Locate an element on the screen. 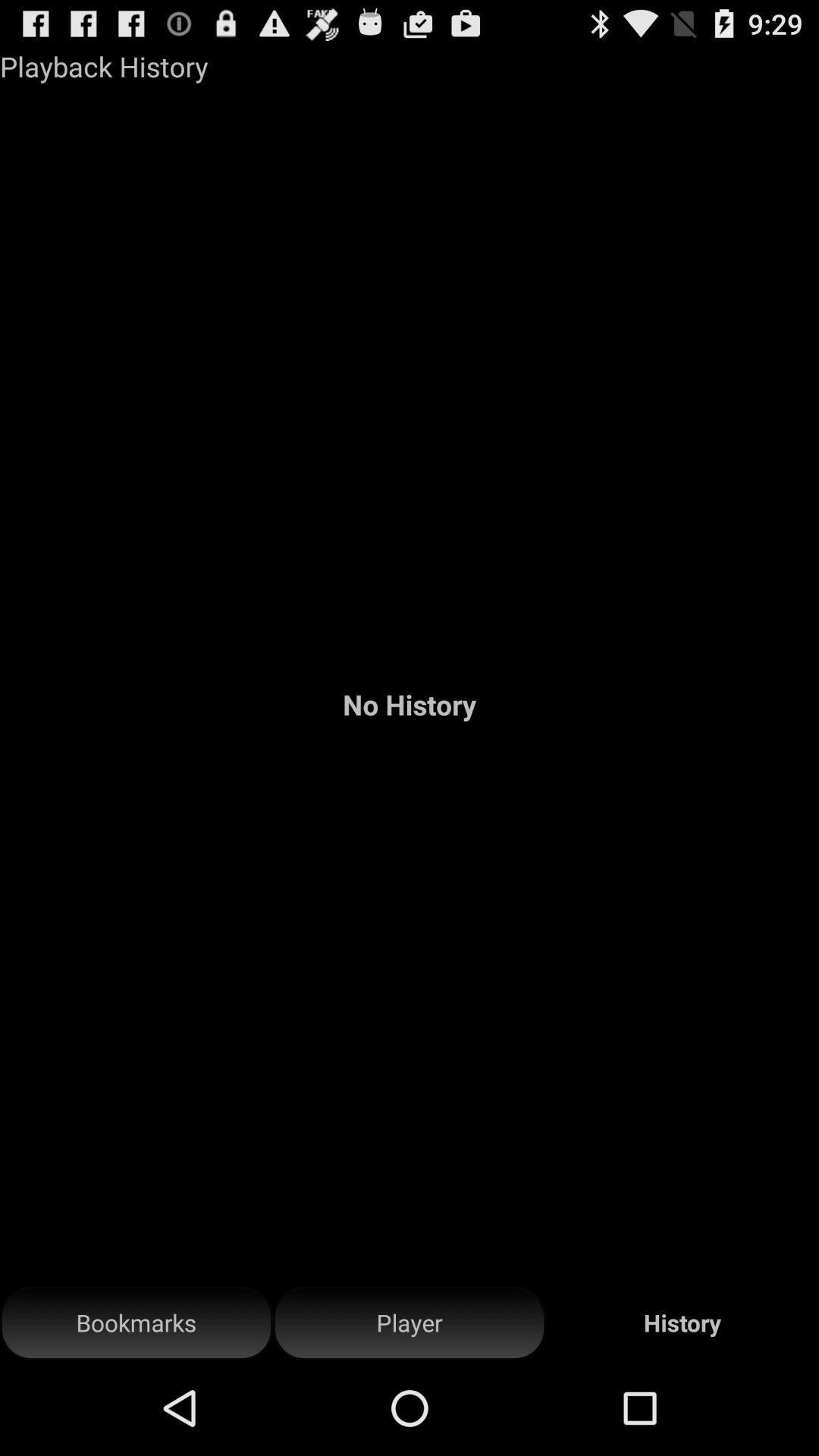  the player button is located at coordinates (409, 1323).